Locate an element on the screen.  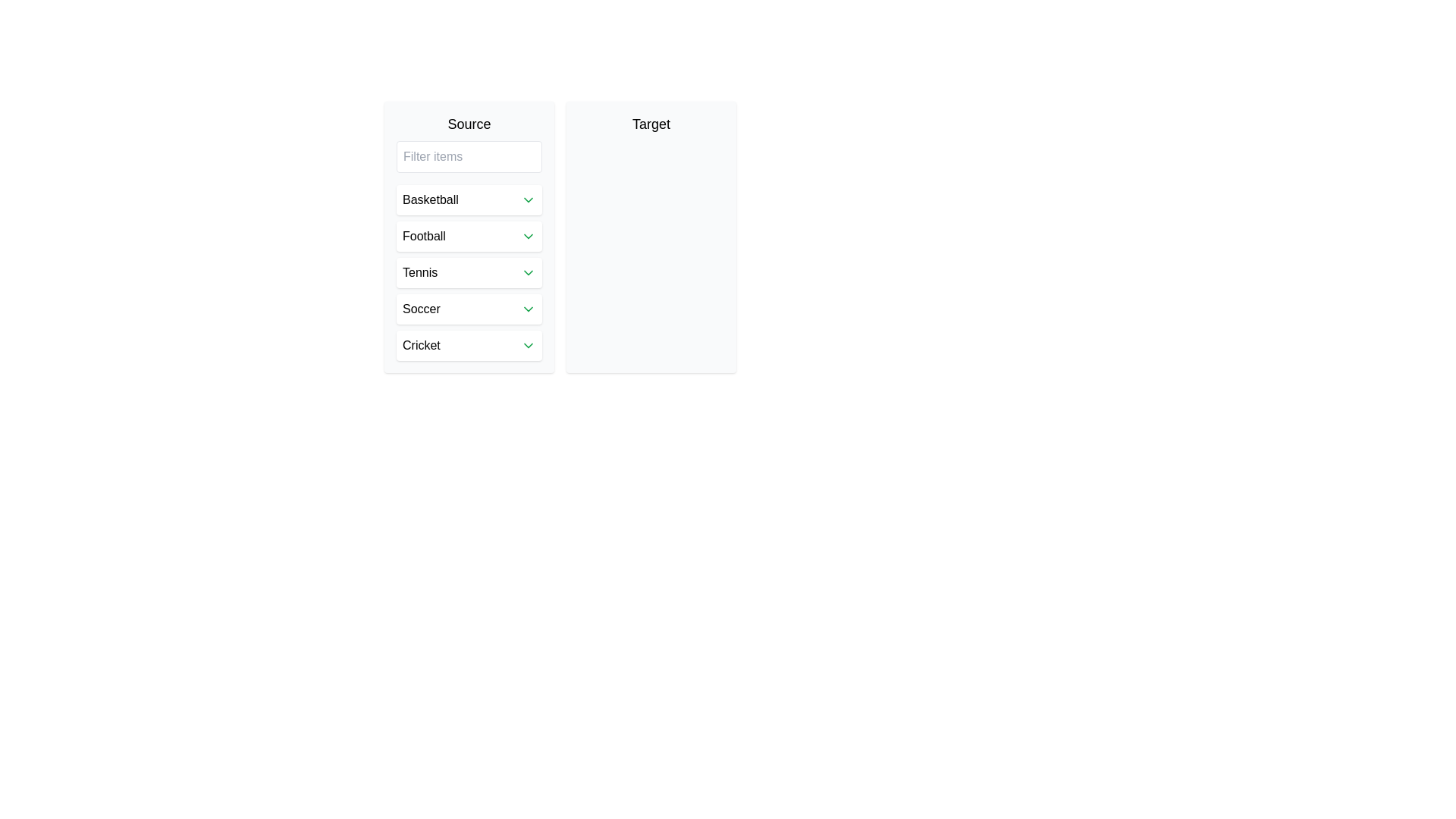
the dropdown icon located to the right of the 'Basketball' text label is located at coordinates (528, 199).